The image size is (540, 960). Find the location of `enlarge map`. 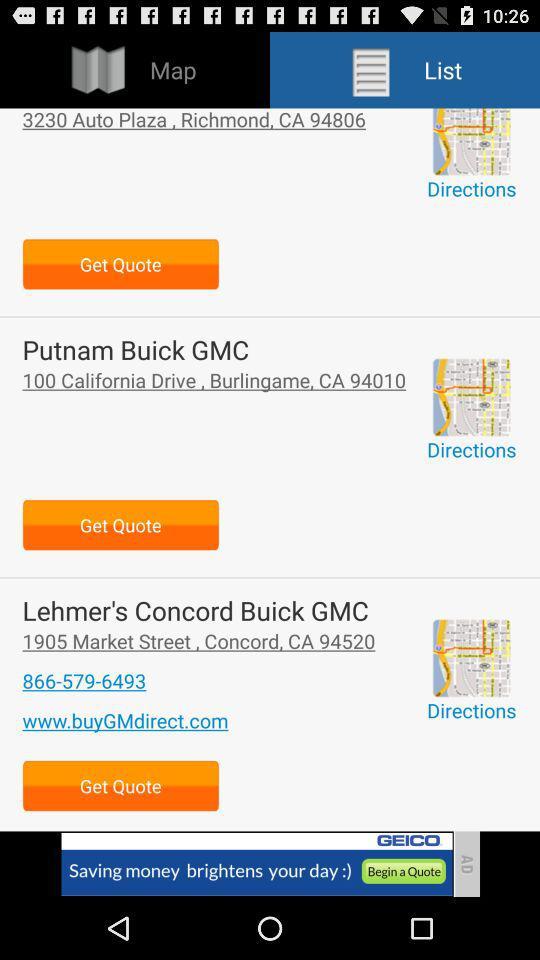

enlarge map is located at coordinates (471, 140).